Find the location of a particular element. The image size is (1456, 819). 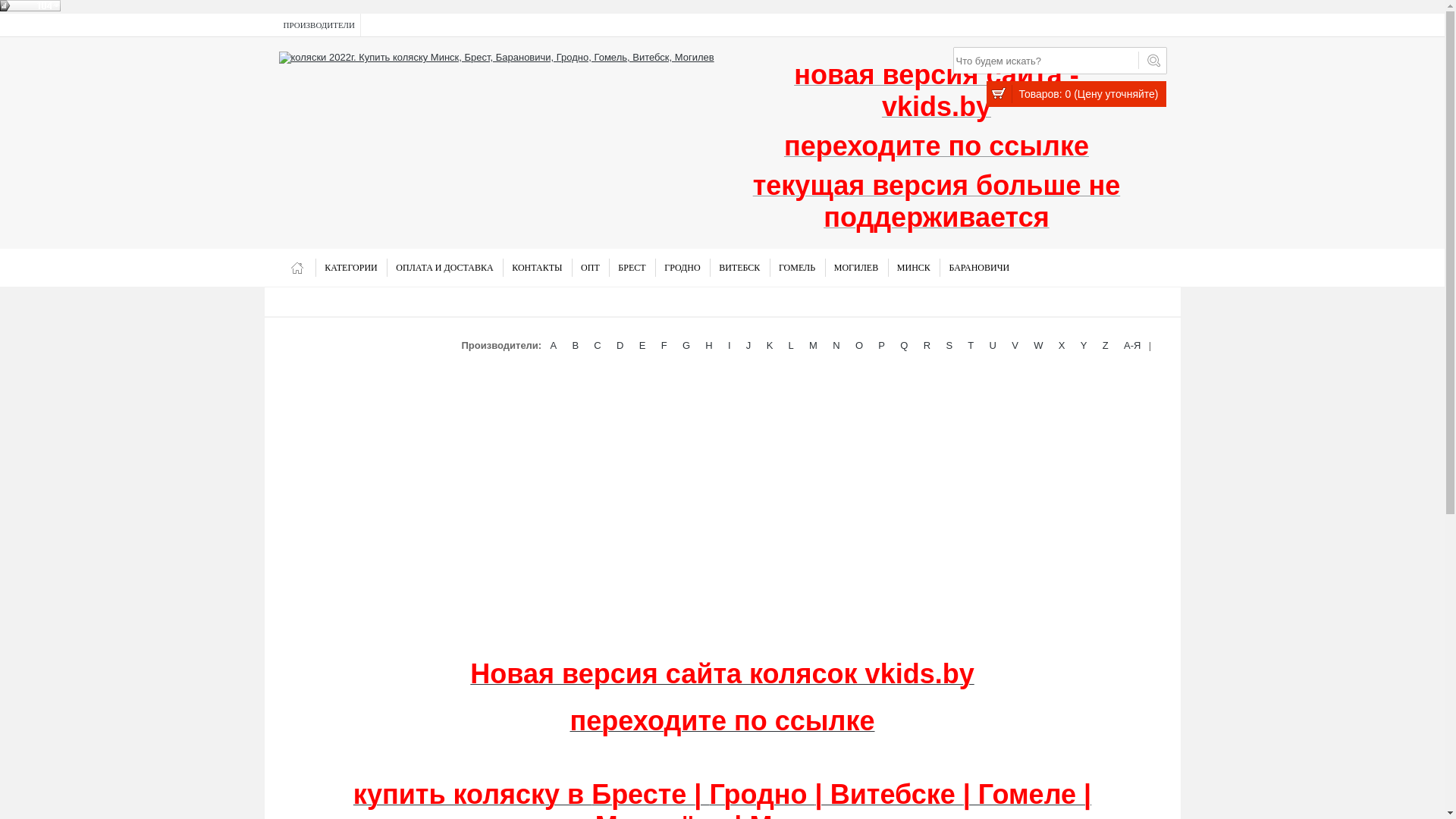

'U' is located at coordinates (993, 345).